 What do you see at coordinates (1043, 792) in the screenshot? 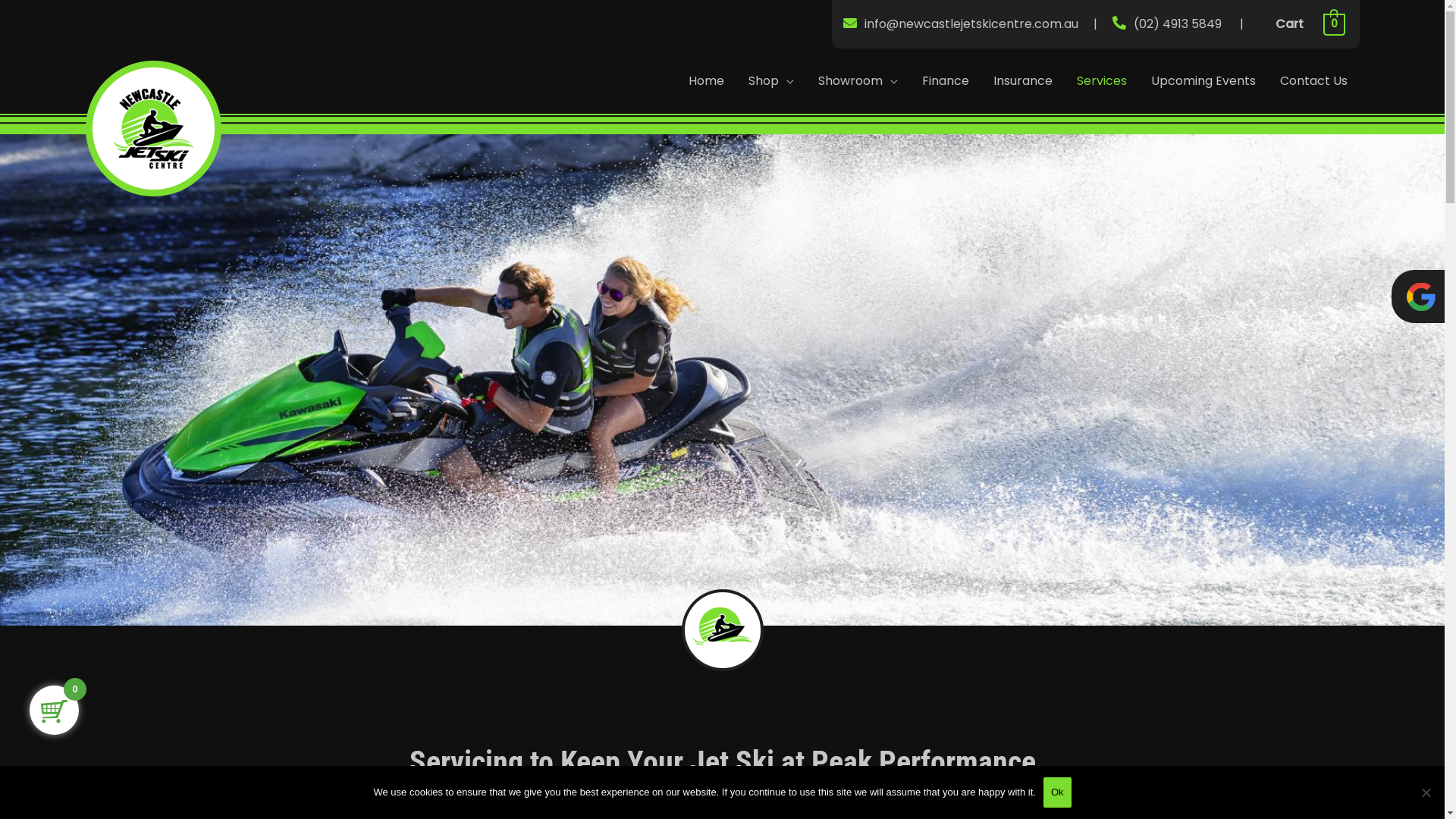
I see `'Ok'` at bounding box center [1043, 792].